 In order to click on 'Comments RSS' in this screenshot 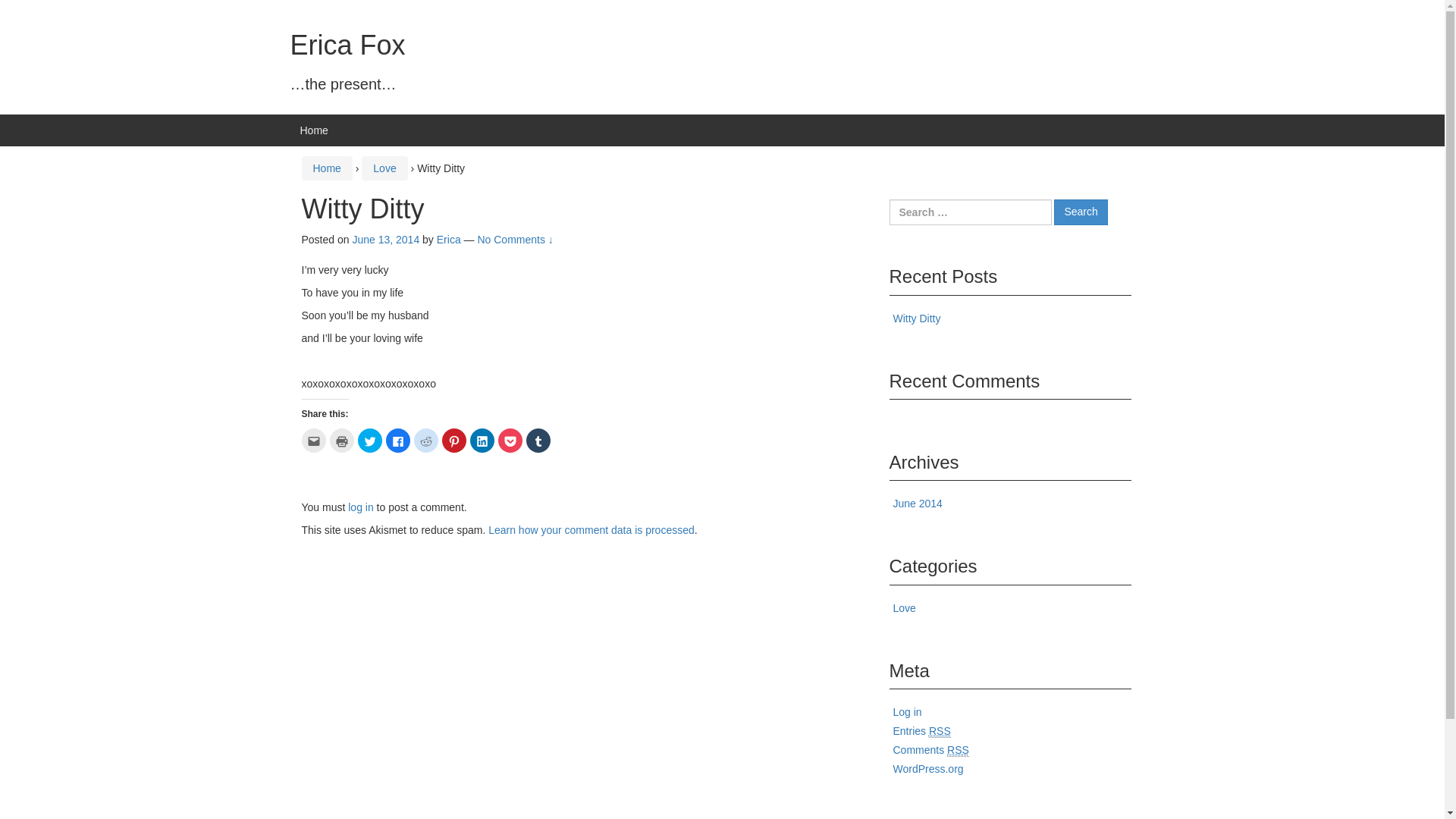, I will do `click(930, 749)`.